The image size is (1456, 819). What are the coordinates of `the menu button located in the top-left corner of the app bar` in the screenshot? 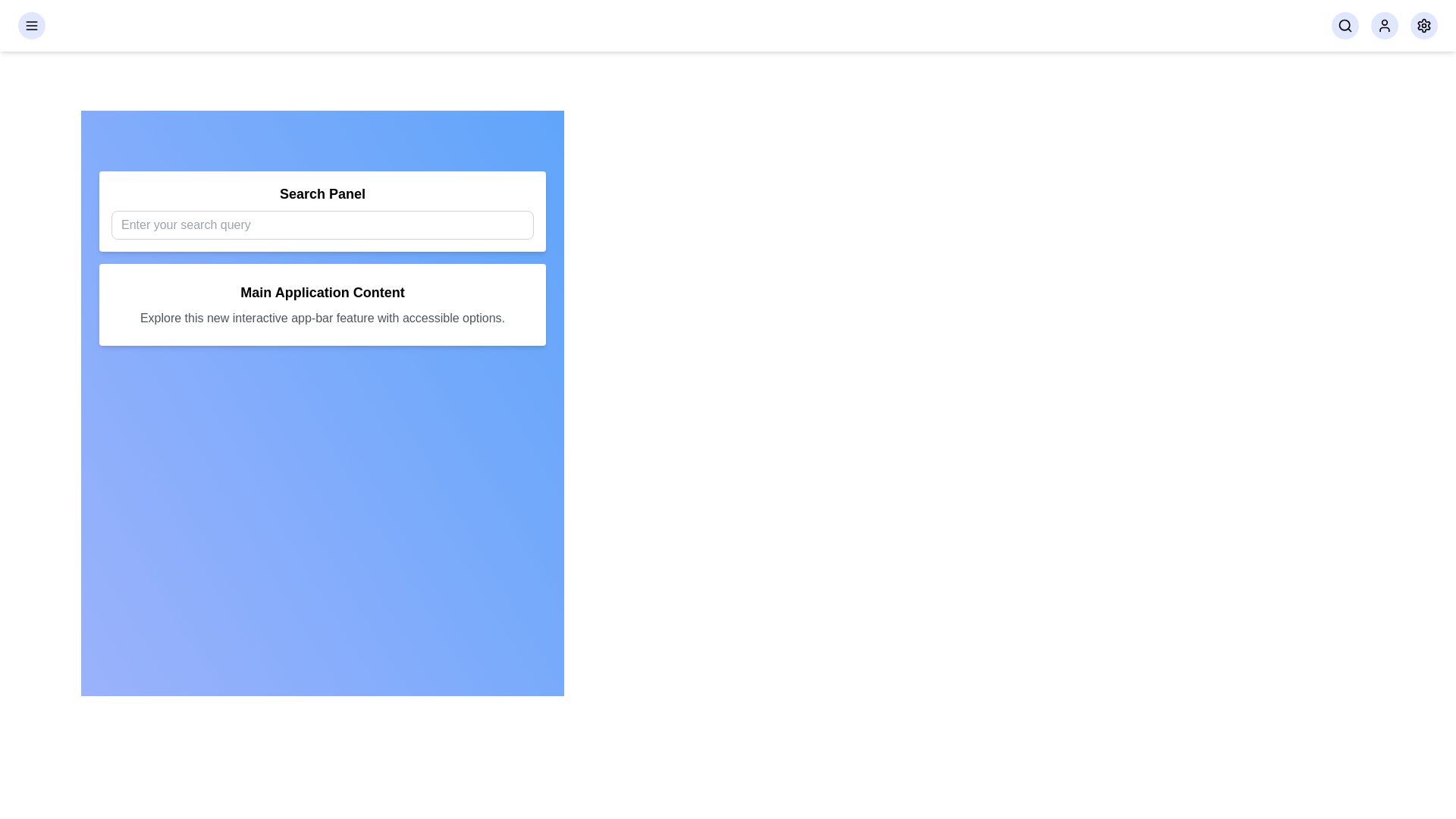 It's located at (32, 26).